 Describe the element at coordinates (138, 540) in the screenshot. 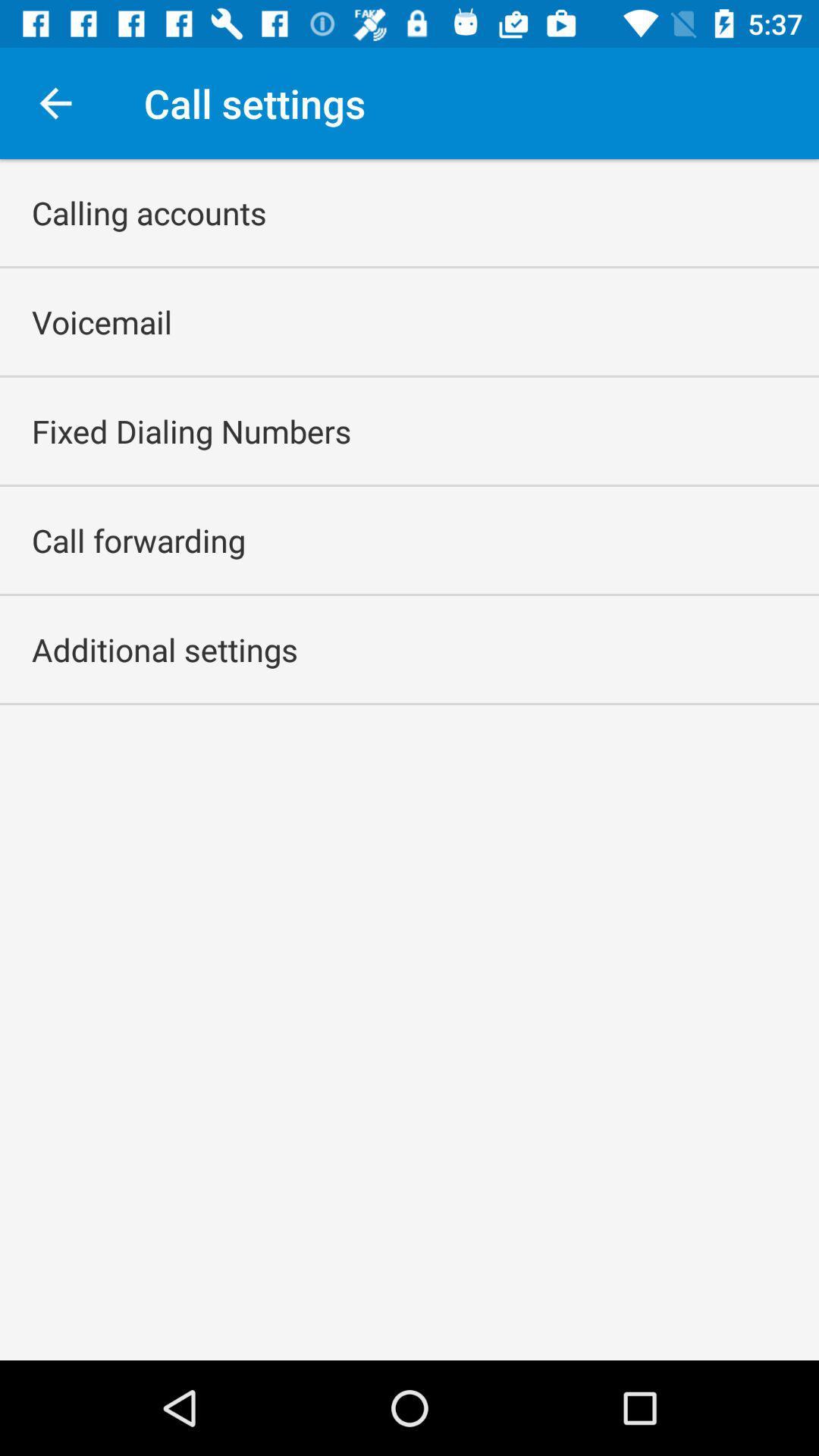

I see `the icon above the additional settings icon` at that location.